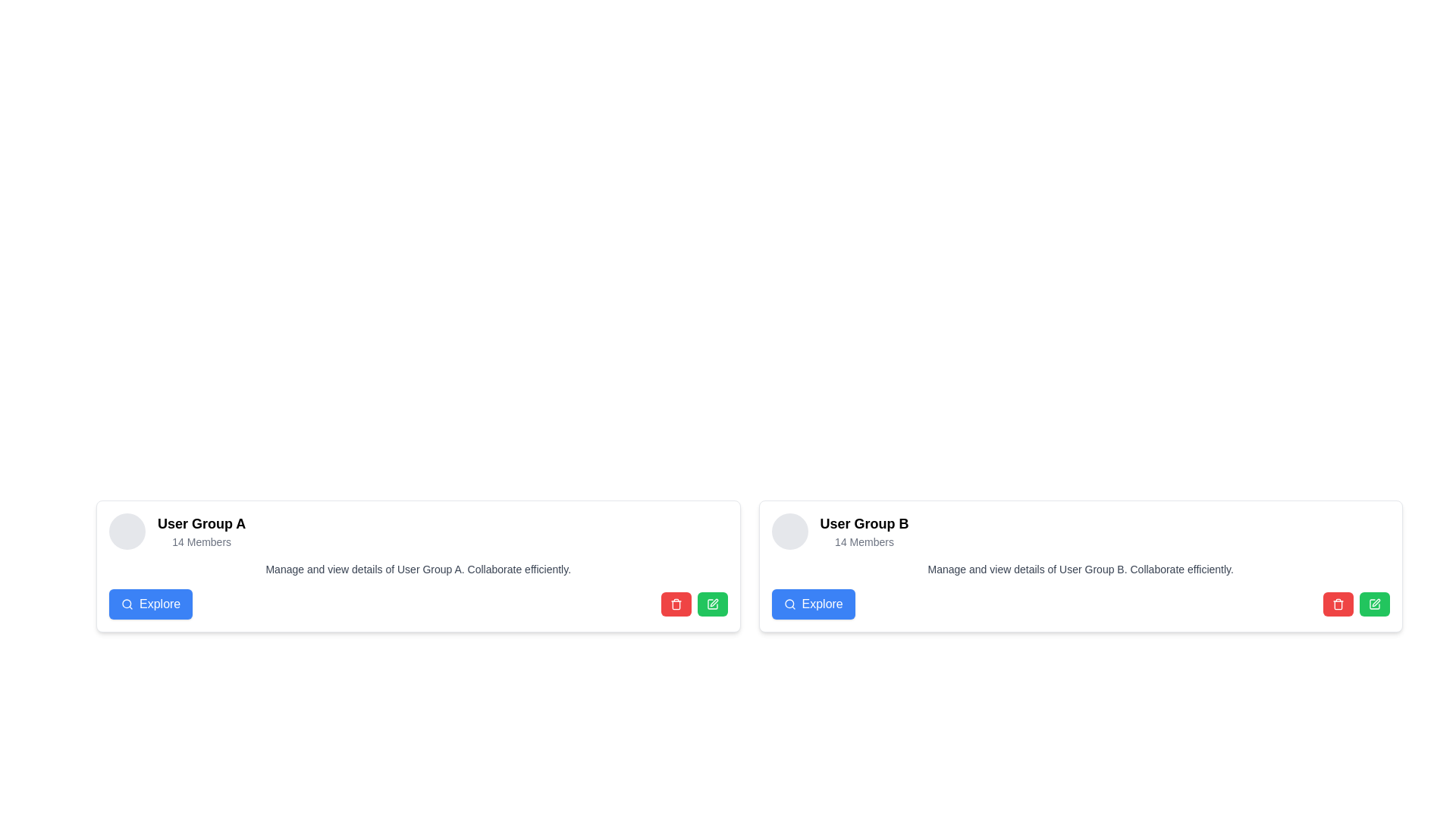  Describe the element at coordinates (1375, 604) in the screenshot. I see `the edit button located at the bottom-right corner of the second card in a two-card grid layout` at that location.